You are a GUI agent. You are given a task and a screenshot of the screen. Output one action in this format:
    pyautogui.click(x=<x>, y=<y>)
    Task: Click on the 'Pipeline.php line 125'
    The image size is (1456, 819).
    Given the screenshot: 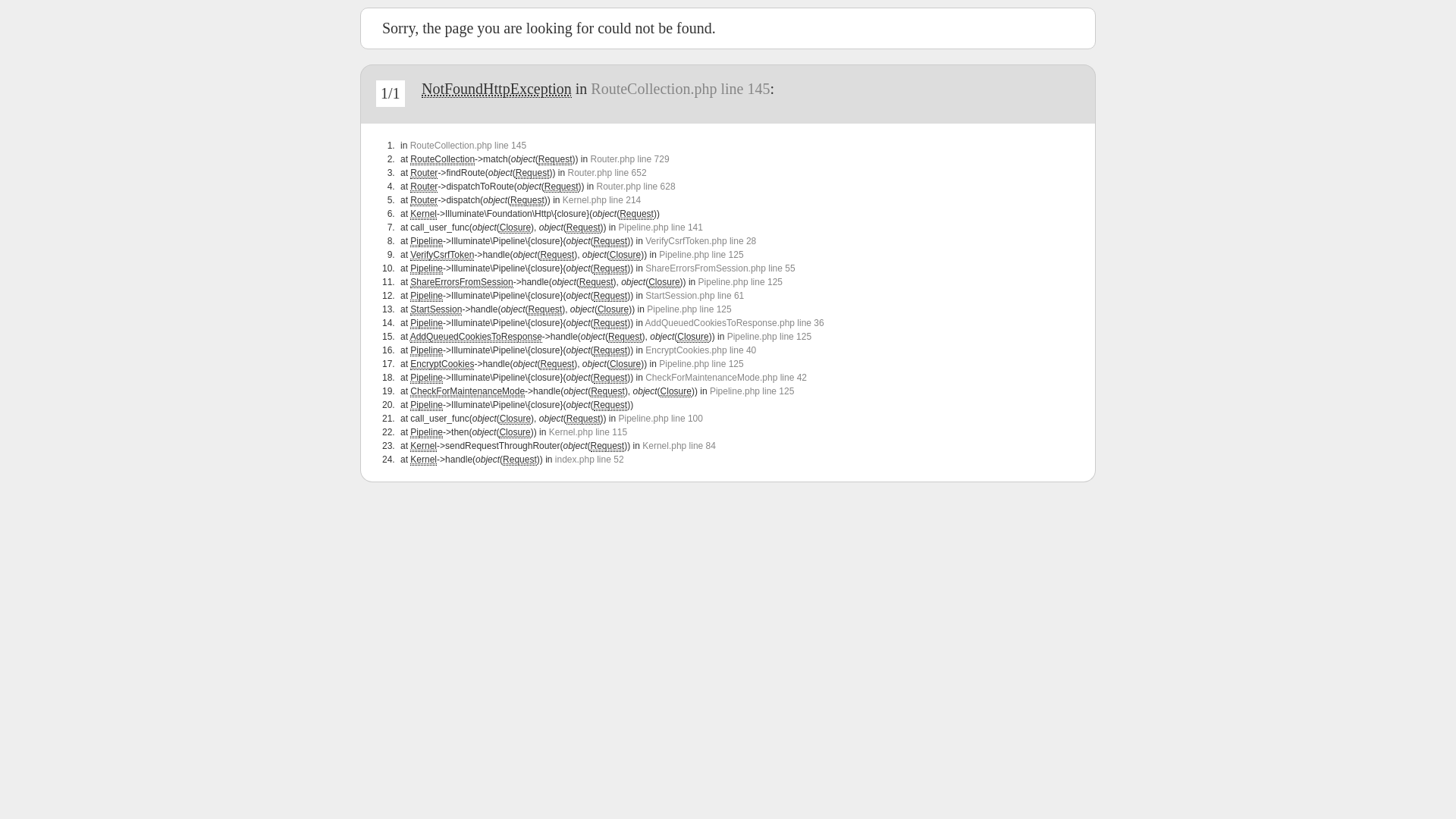 What is the action you would take?
    pyautogui.click(x=700, y=363)
    